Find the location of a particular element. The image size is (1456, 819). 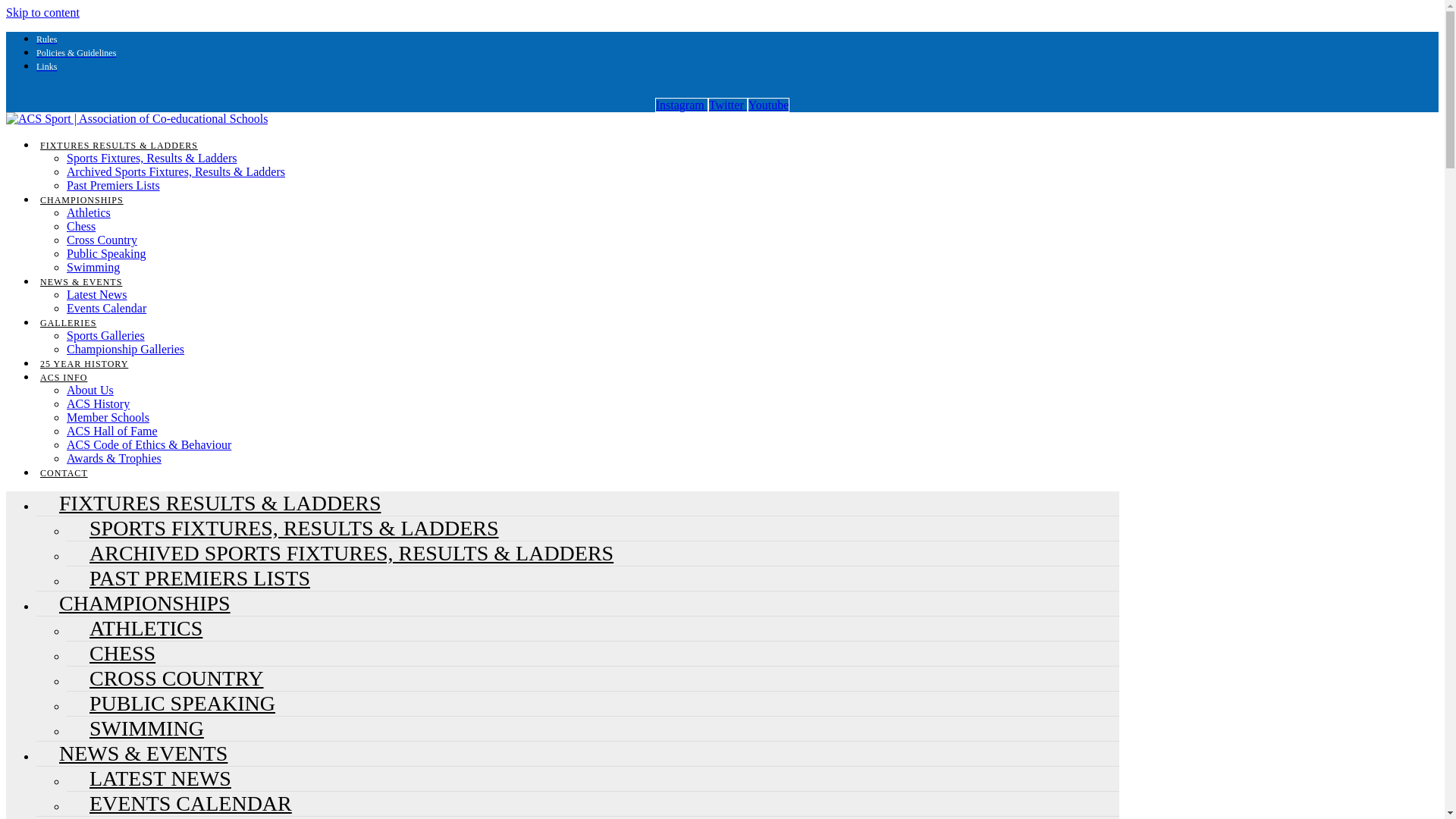

'Swimming' is located at coordinates (65, 266).